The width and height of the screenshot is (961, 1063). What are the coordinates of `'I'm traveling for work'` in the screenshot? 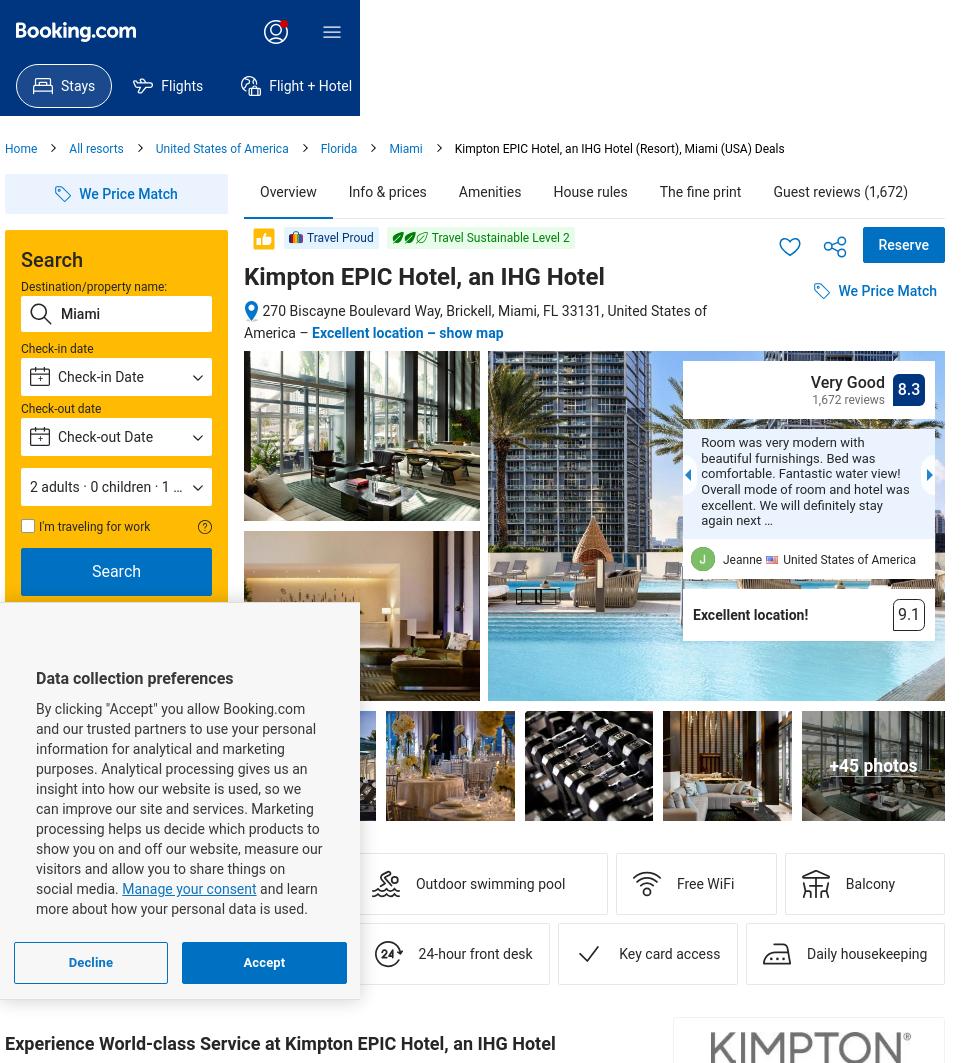 It's located at (94, 527).